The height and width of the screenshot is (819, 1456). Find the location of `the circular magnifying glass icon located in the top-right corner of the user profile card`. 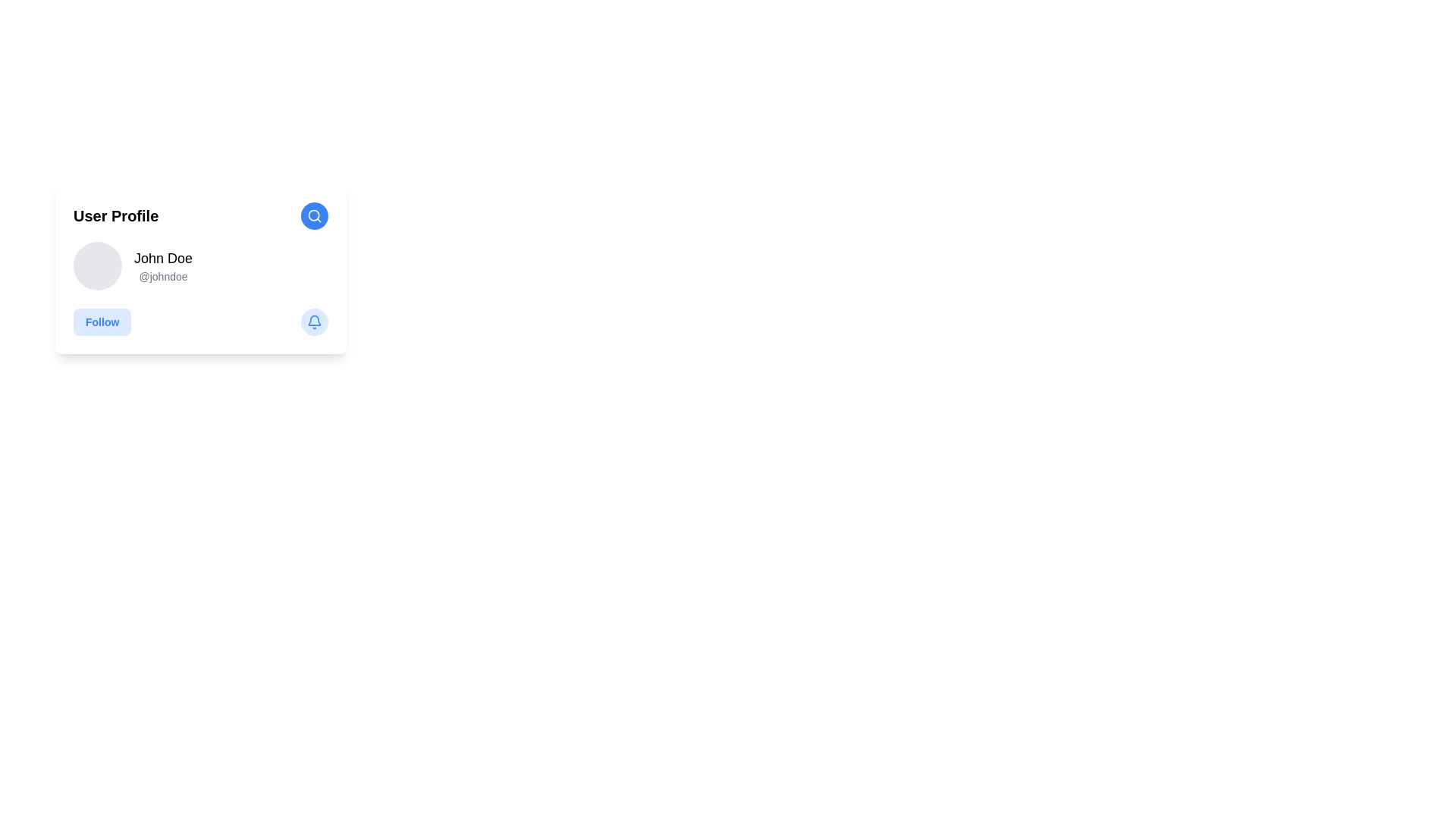

the circular magnifying glass icon located in the top-right corner of the user profile card is located at coordinates (313, 215).